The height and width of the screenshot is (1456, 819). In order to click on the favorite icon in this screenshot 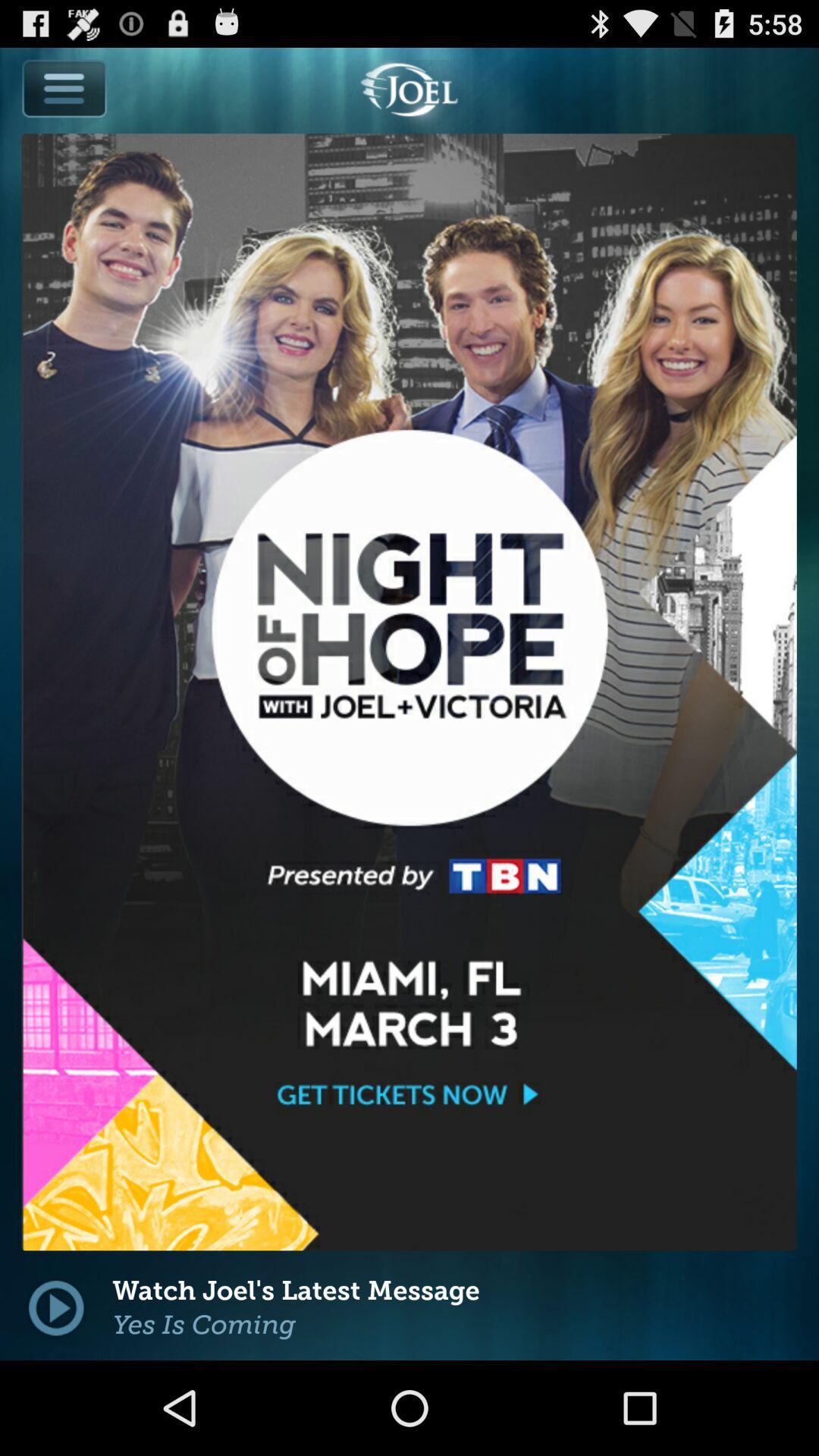, I will do `click(275, 1217)`.